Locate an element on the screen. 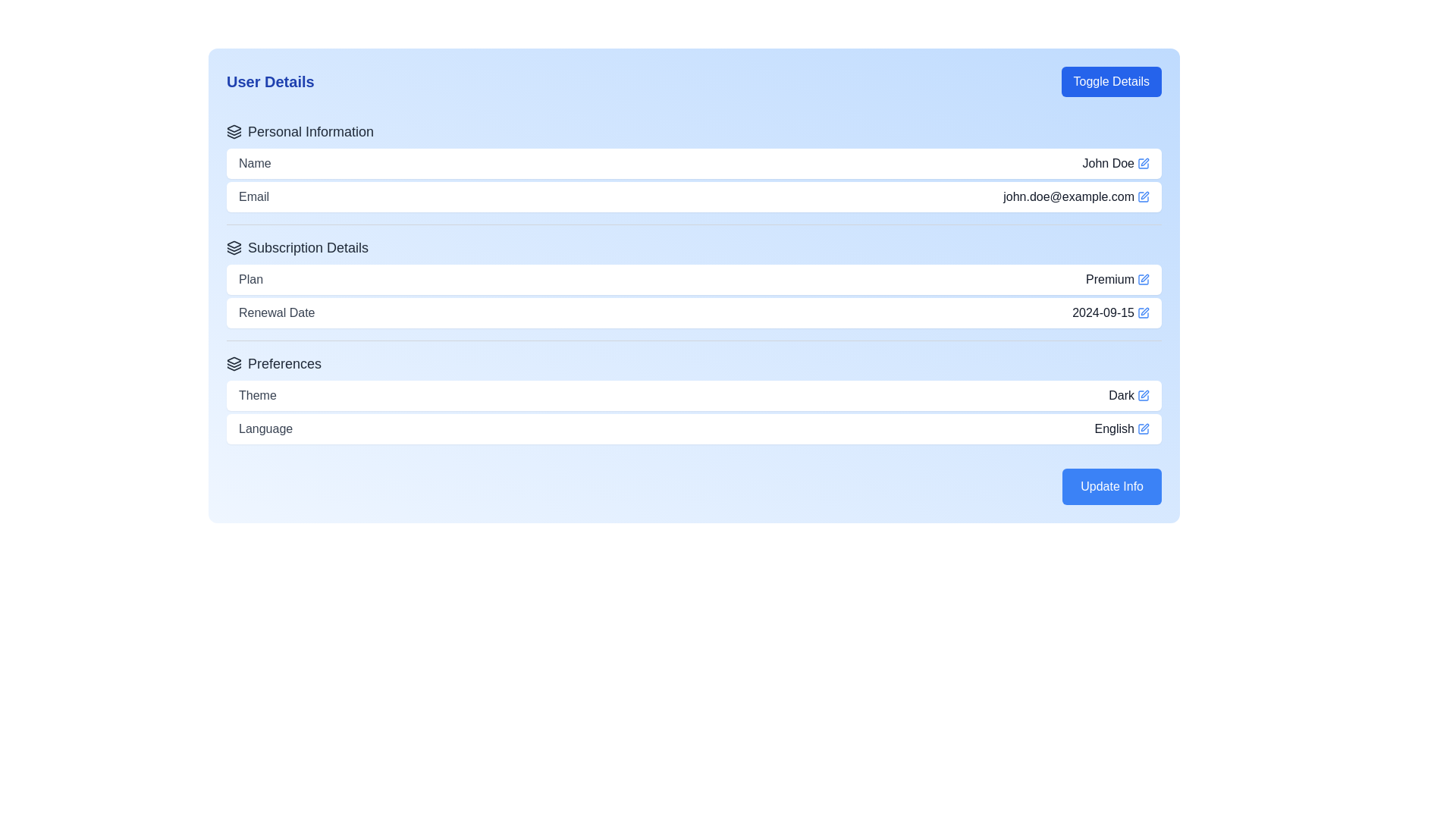 The height and width of the screenshot is (819, 1456). the 'Plan' text label located in the 'Subscription Details' section, which precedes the text 'Premium' is located at coordinates (251, 280).